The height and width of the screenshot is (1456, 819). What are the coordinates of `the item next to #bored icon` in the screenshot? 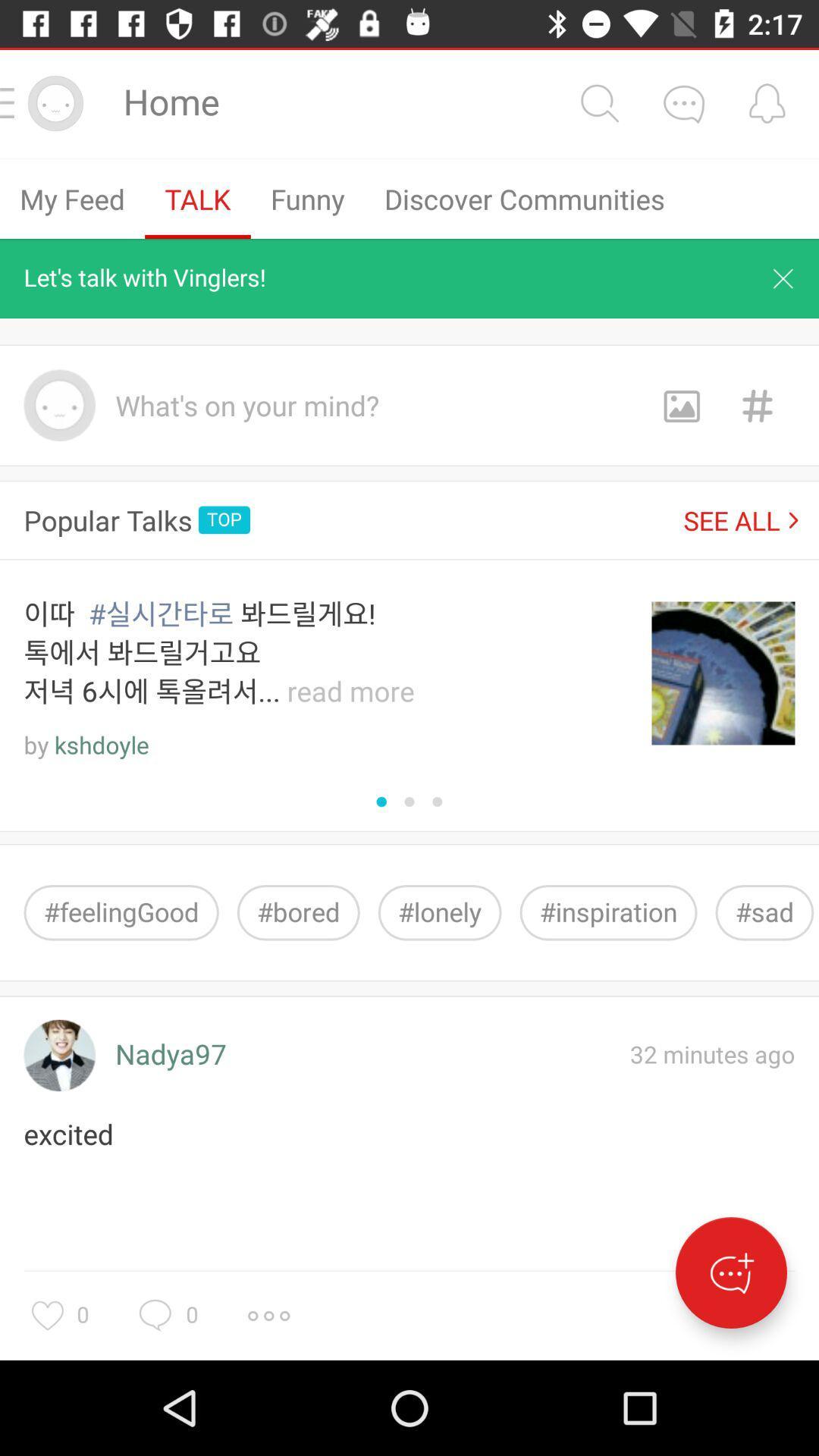 It's located at (121, 912).